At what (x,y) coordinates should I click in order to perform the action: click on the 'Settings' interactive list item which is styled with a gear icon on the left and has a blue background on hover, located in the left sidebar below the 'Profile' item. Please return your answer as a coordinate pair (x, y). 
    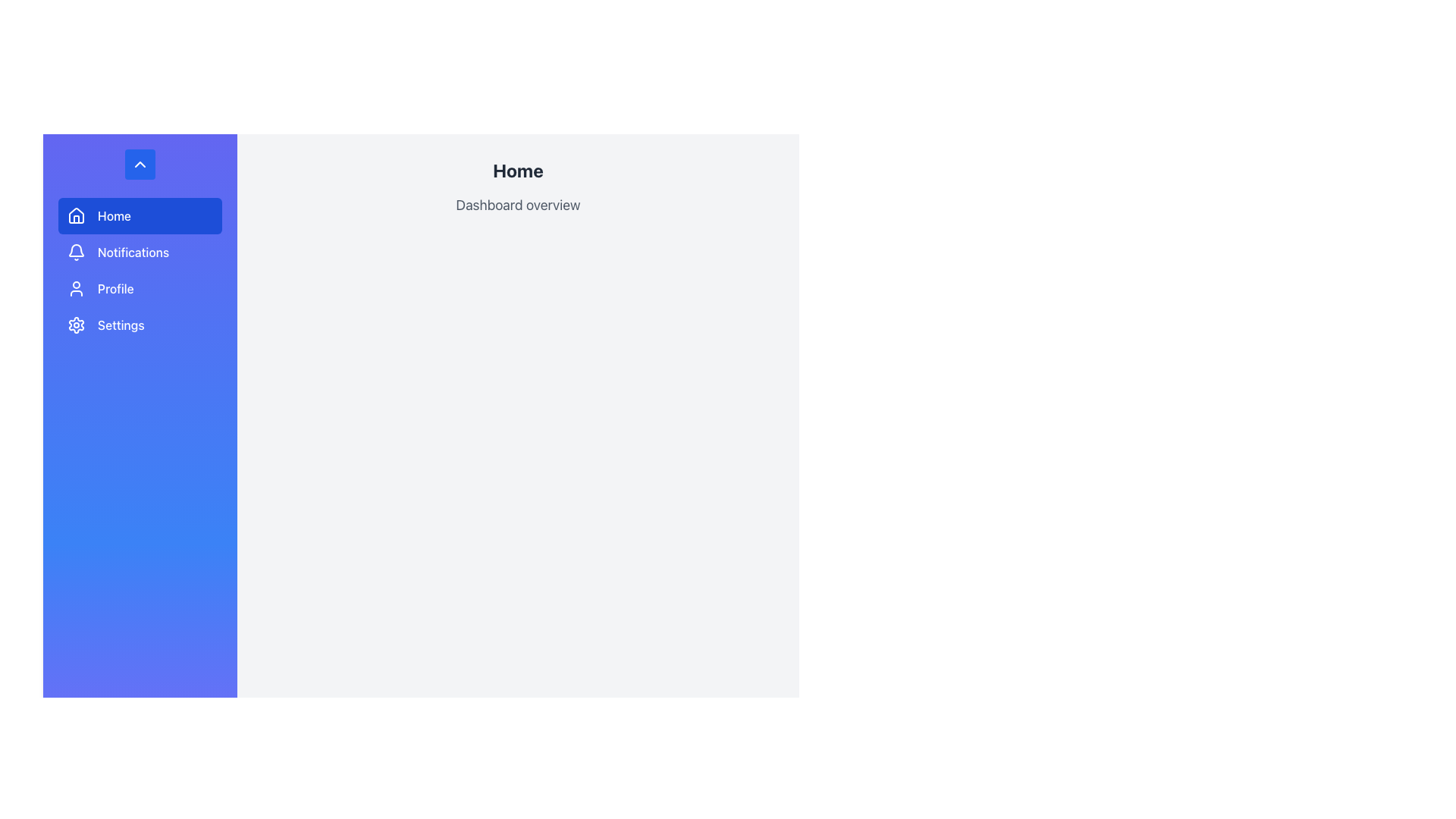
    Looking at the image, I should click on (140, 324).